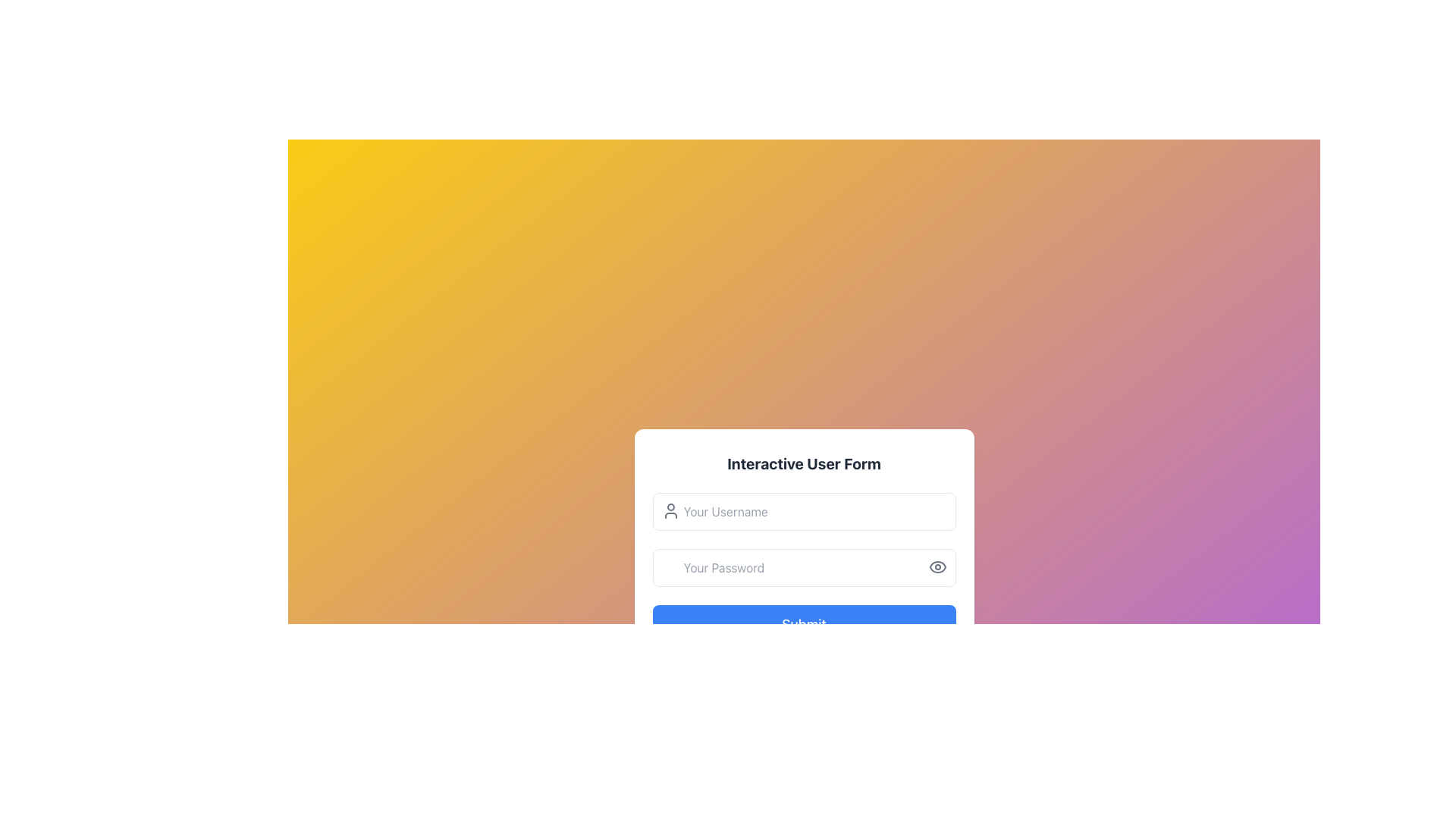  I want to click on the graphical eye icon, which is styled with thin, rounded strokes in grayscale and positioned to the left of the password input field, aligning vertically with its center, so click(937, 567).